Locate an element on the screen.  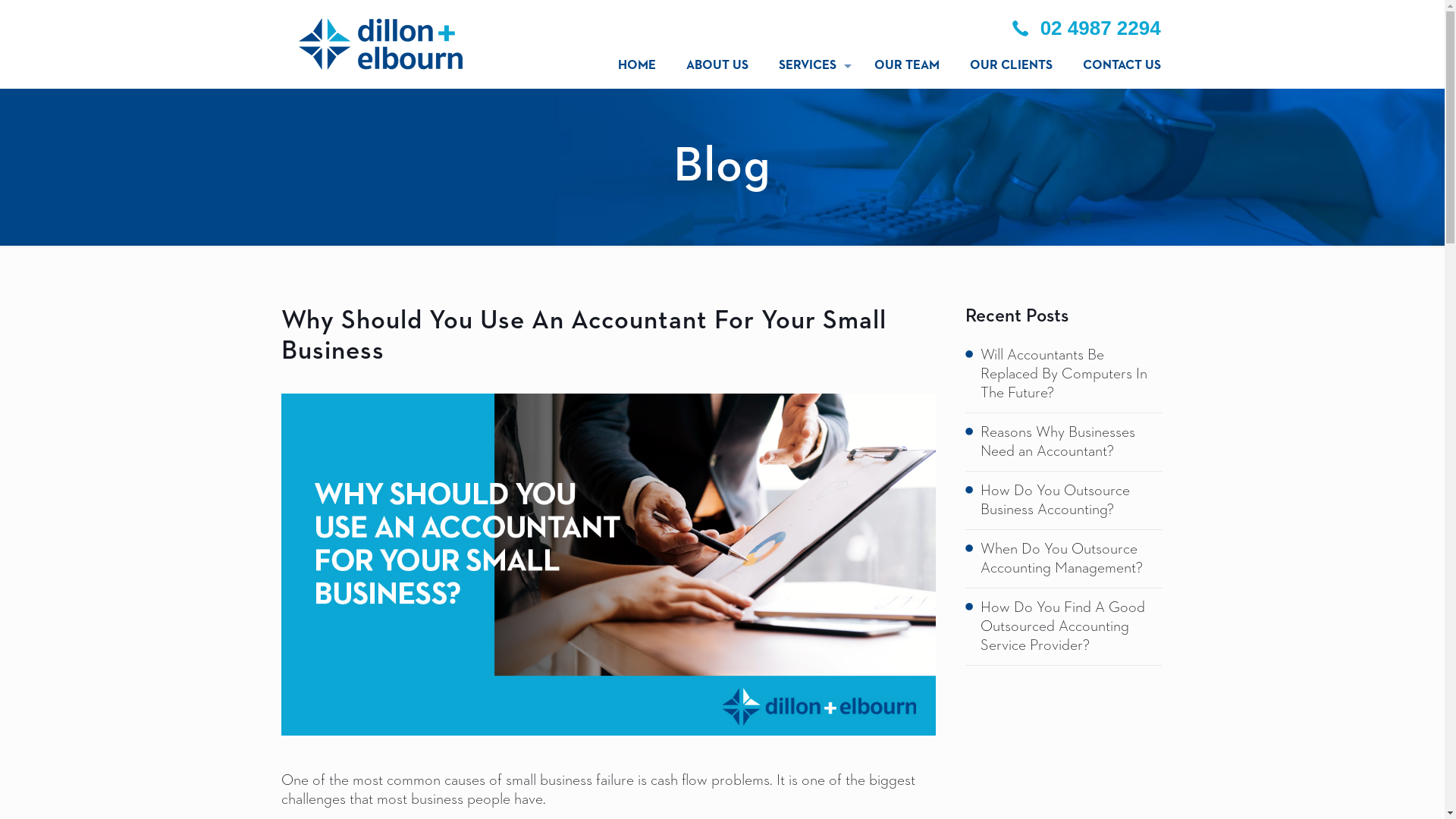
'HOME' is located at coordinates (637, 65).